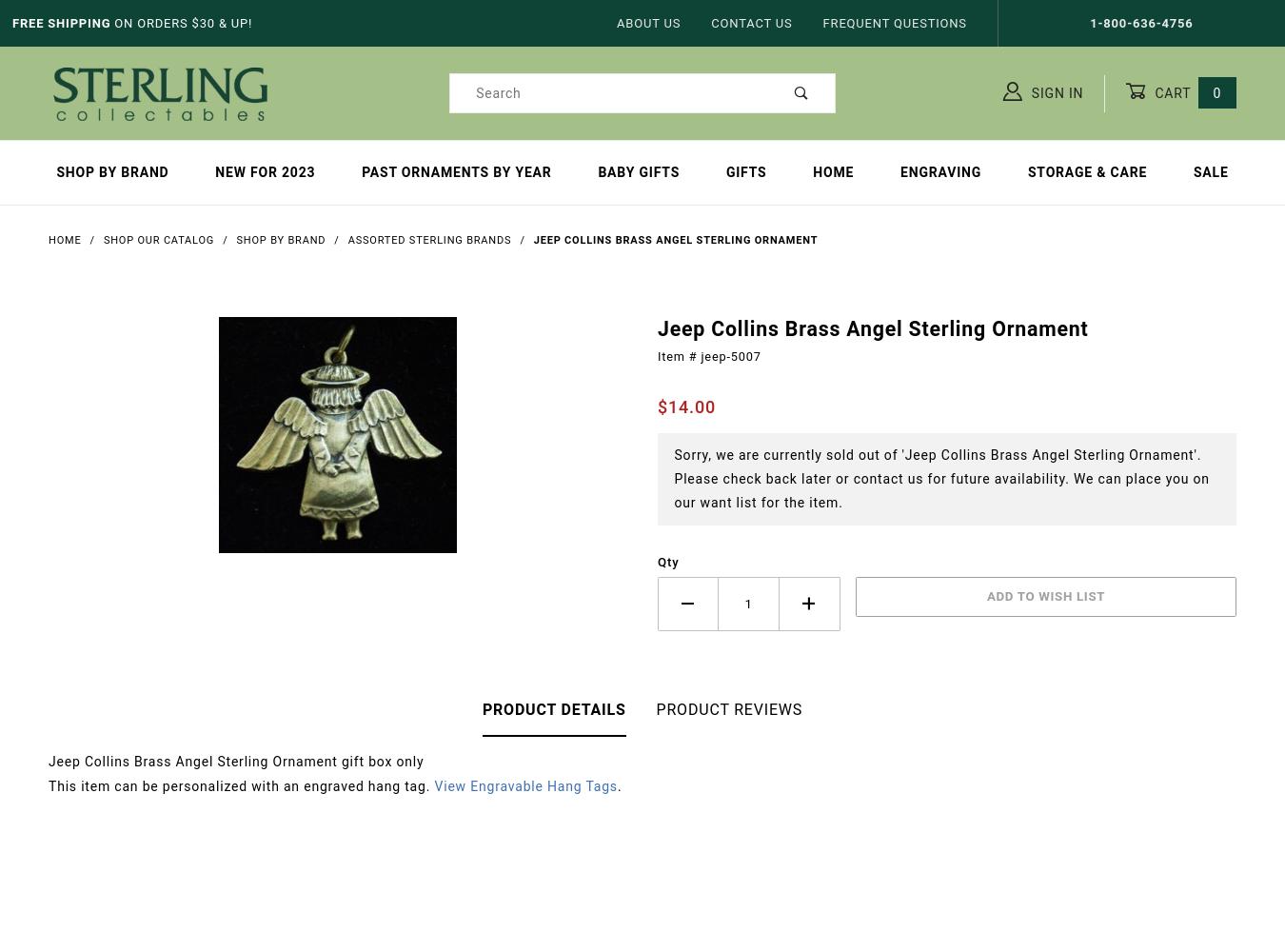  Describe the element at coordinates (1172, 91) in the screenshot. I see `'Cart'` at that location.